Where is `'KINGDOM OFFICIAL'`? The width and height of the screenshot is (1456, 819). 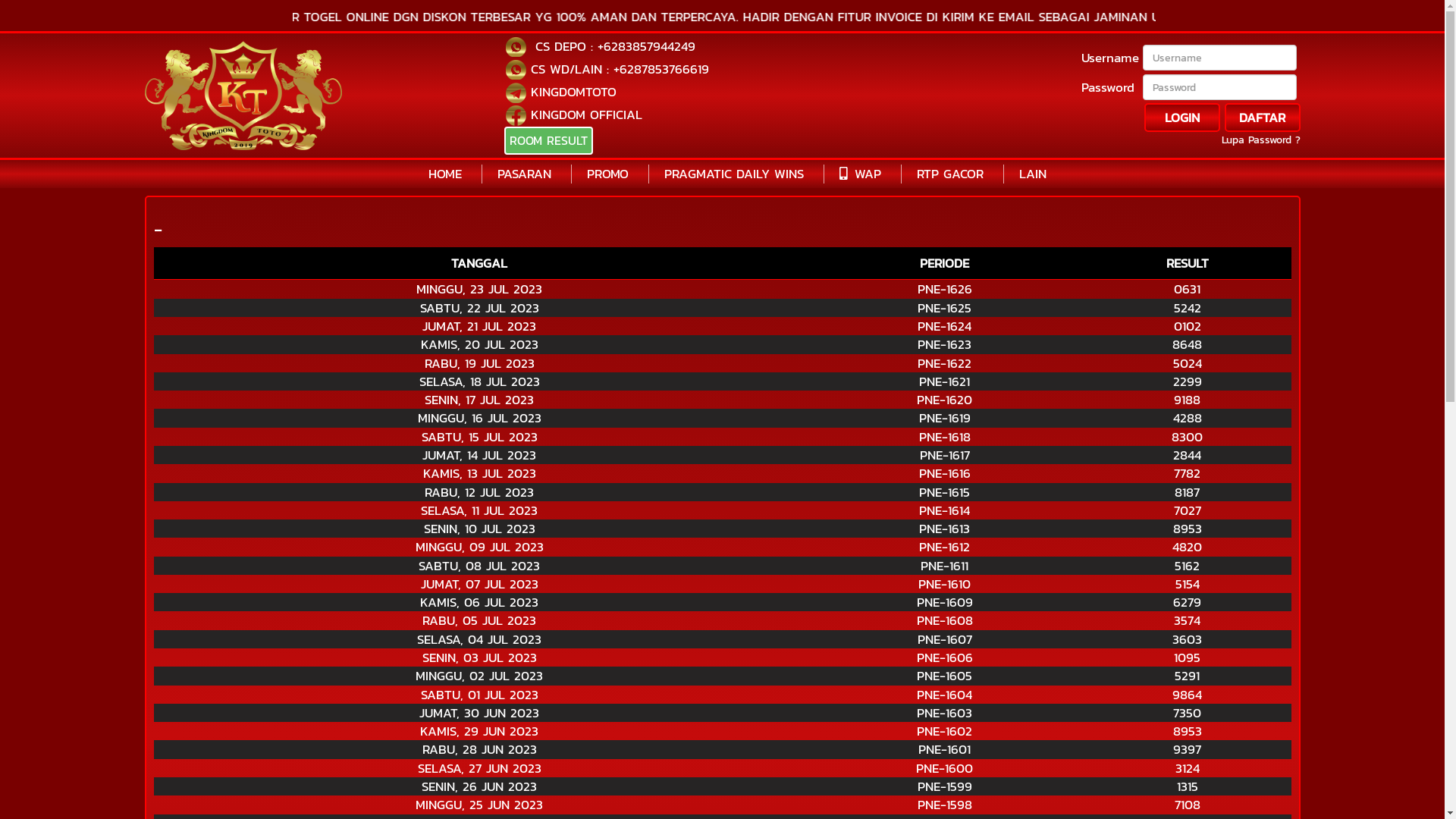 'KINGDOM OFFICIAL' is located at coordinates (585, 113).